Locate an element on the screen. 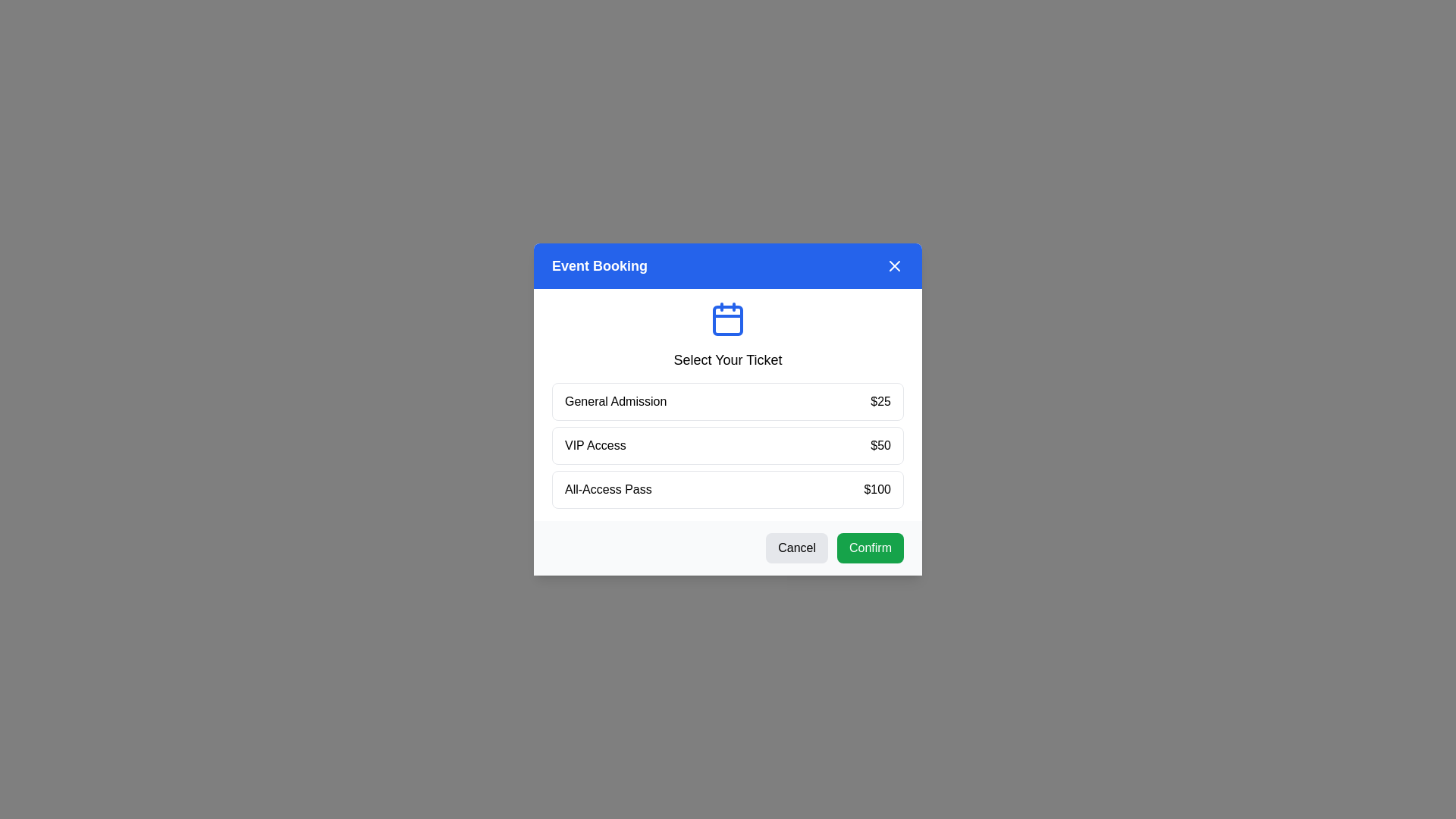 This screenshot has height=819, width=1456. the 'General Admission' selectable ticket category option is located at coordinates (728, 400).